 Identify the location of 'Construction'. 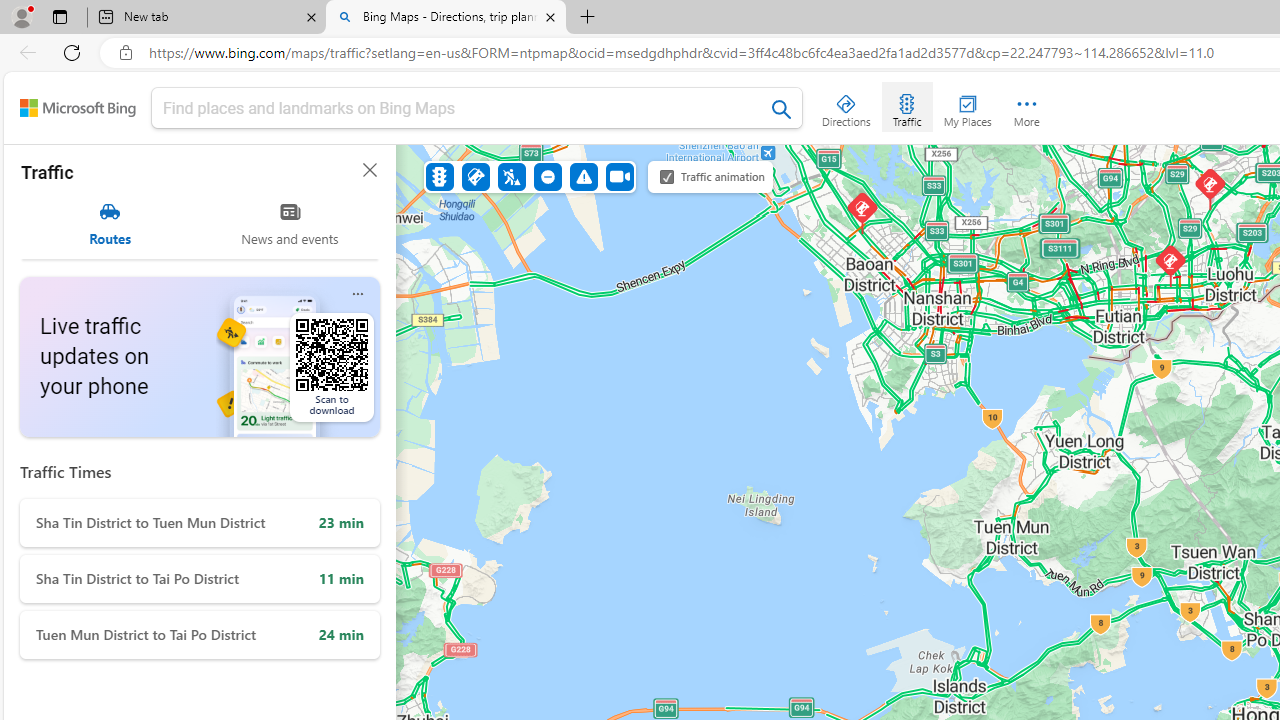
(512, 175).